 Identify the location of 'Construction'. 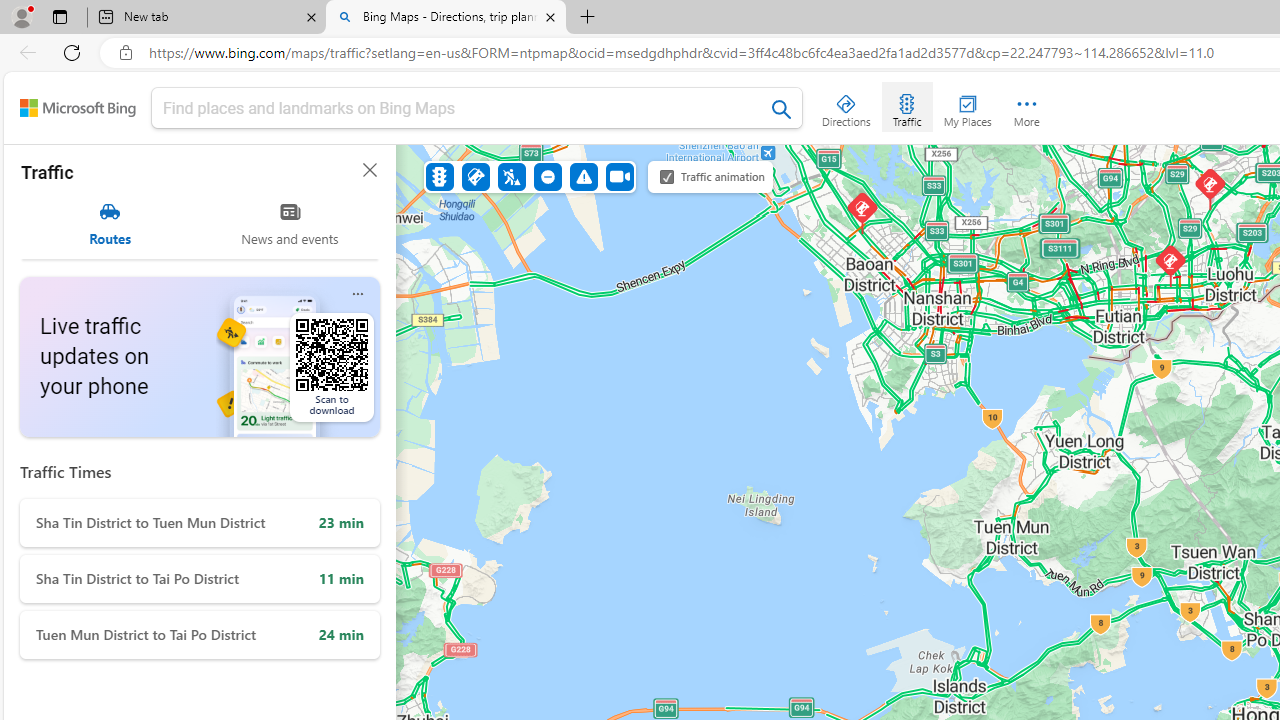
(512, 175).